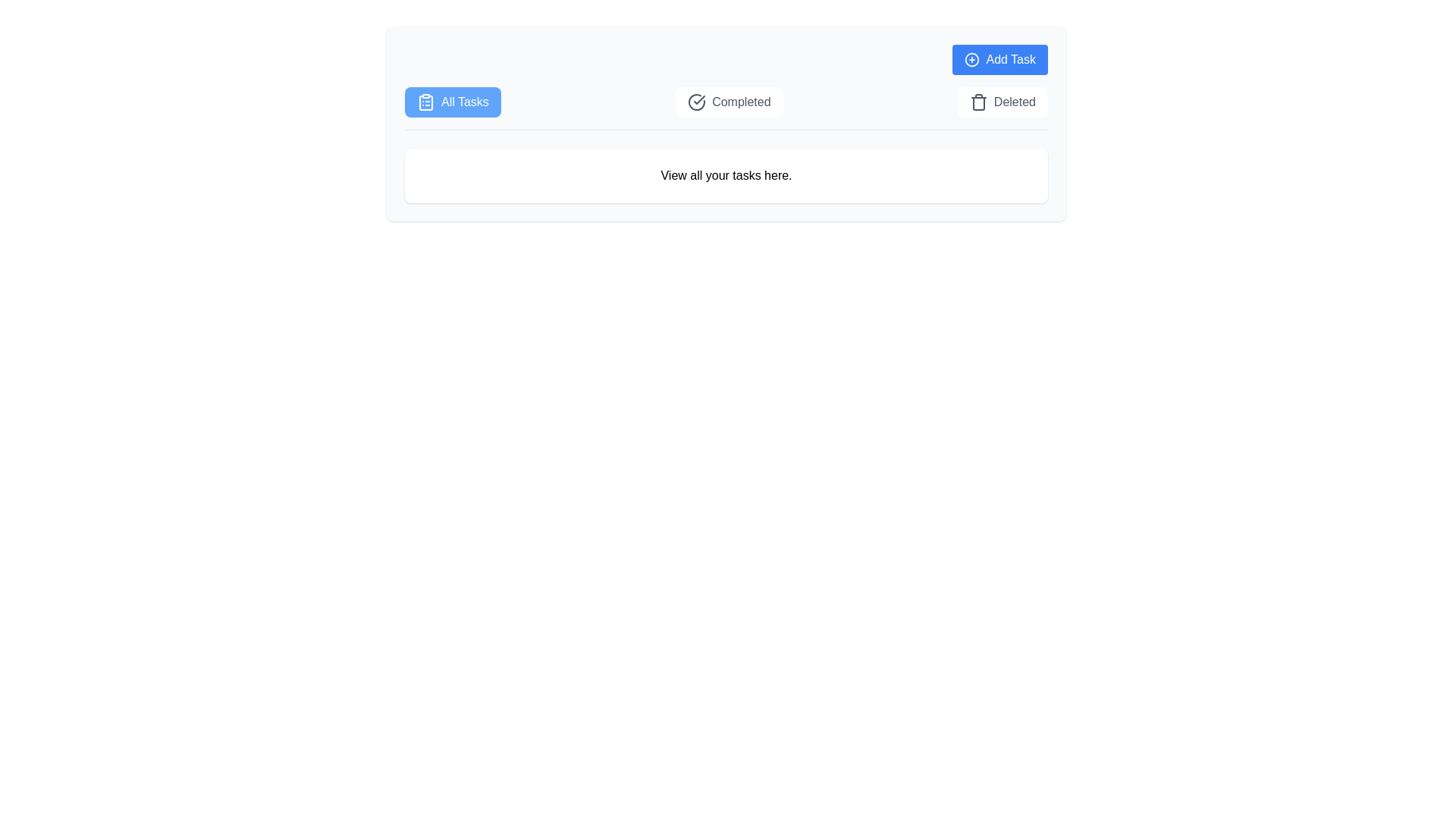 This screenshot has width=1456, height=819. What do you see at coordinates (726, 107) in the screenshot?
I see `the button in the navigation bar that filters tasks to show only those marked as completed` at bounding box center [726, 107].